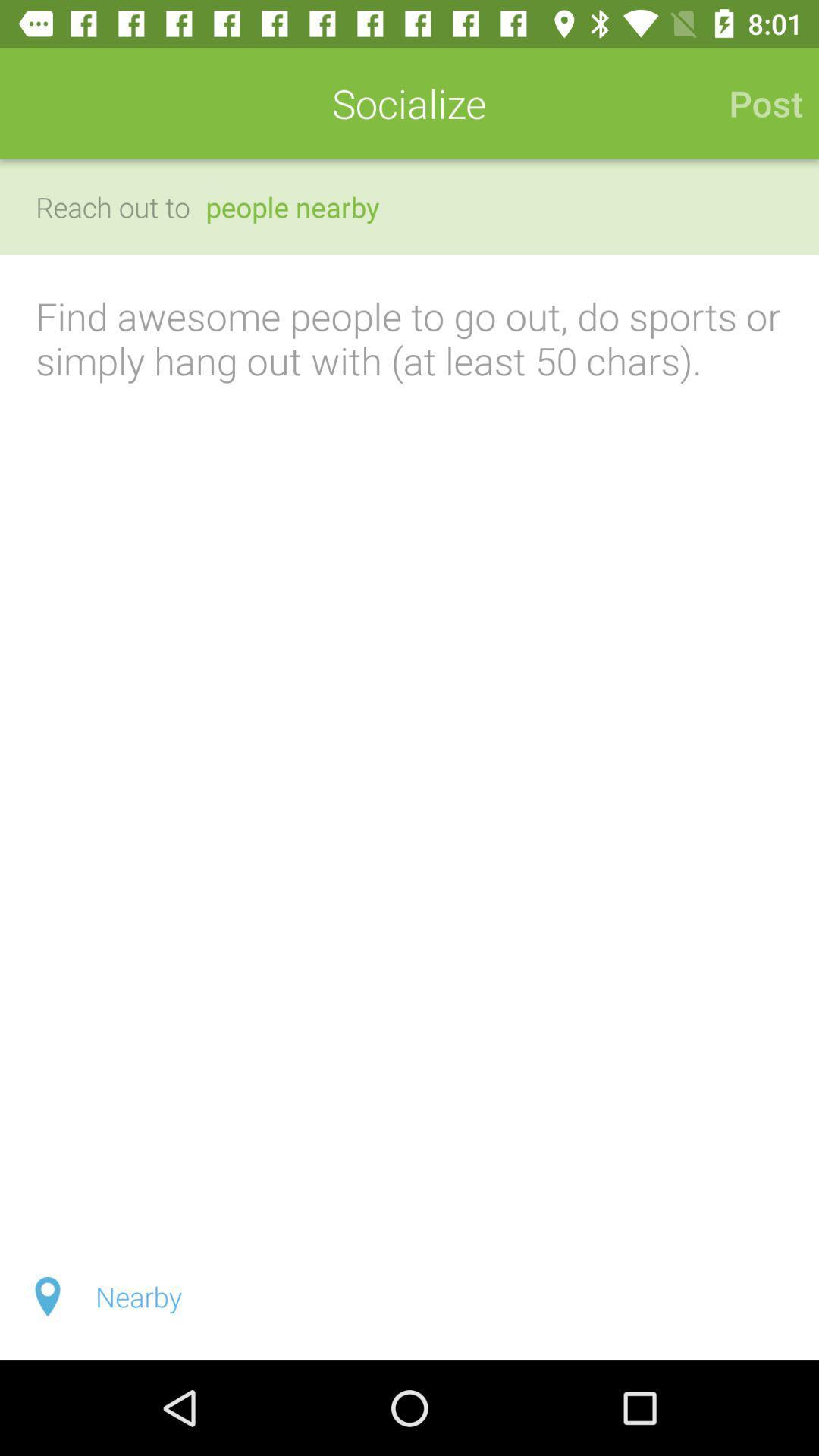 This screenshot has width=819, height=1456. Describe the element at coordinates (758, 102) in the screenshot. I see `item at the top right corner` at that location.